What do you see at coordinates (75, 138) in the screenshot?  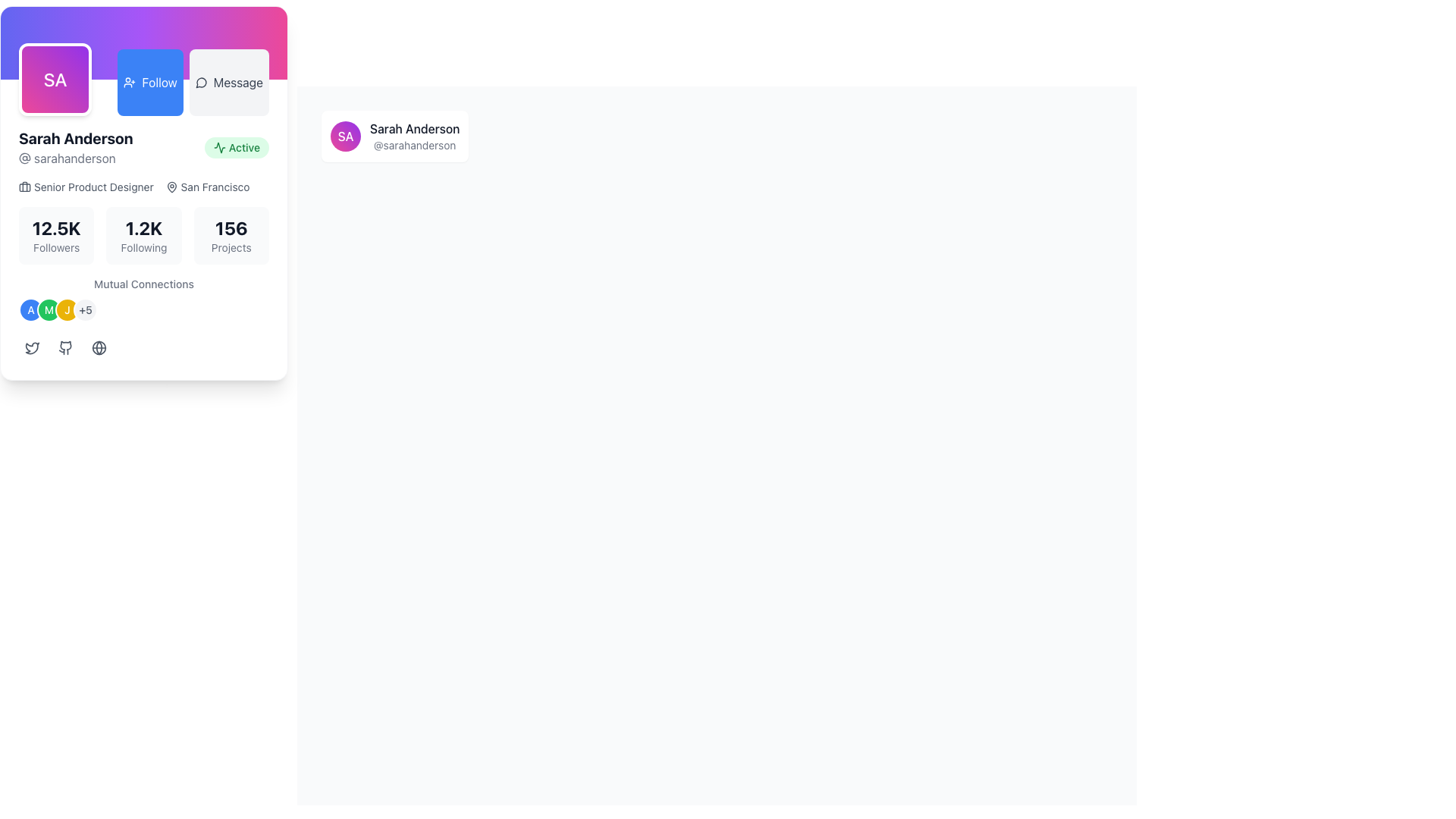 I see `the Text Label that identifies the user's full name in the profile card, located beneath the circular avatar labeled 'SA'` at bounding box center [75, 138].